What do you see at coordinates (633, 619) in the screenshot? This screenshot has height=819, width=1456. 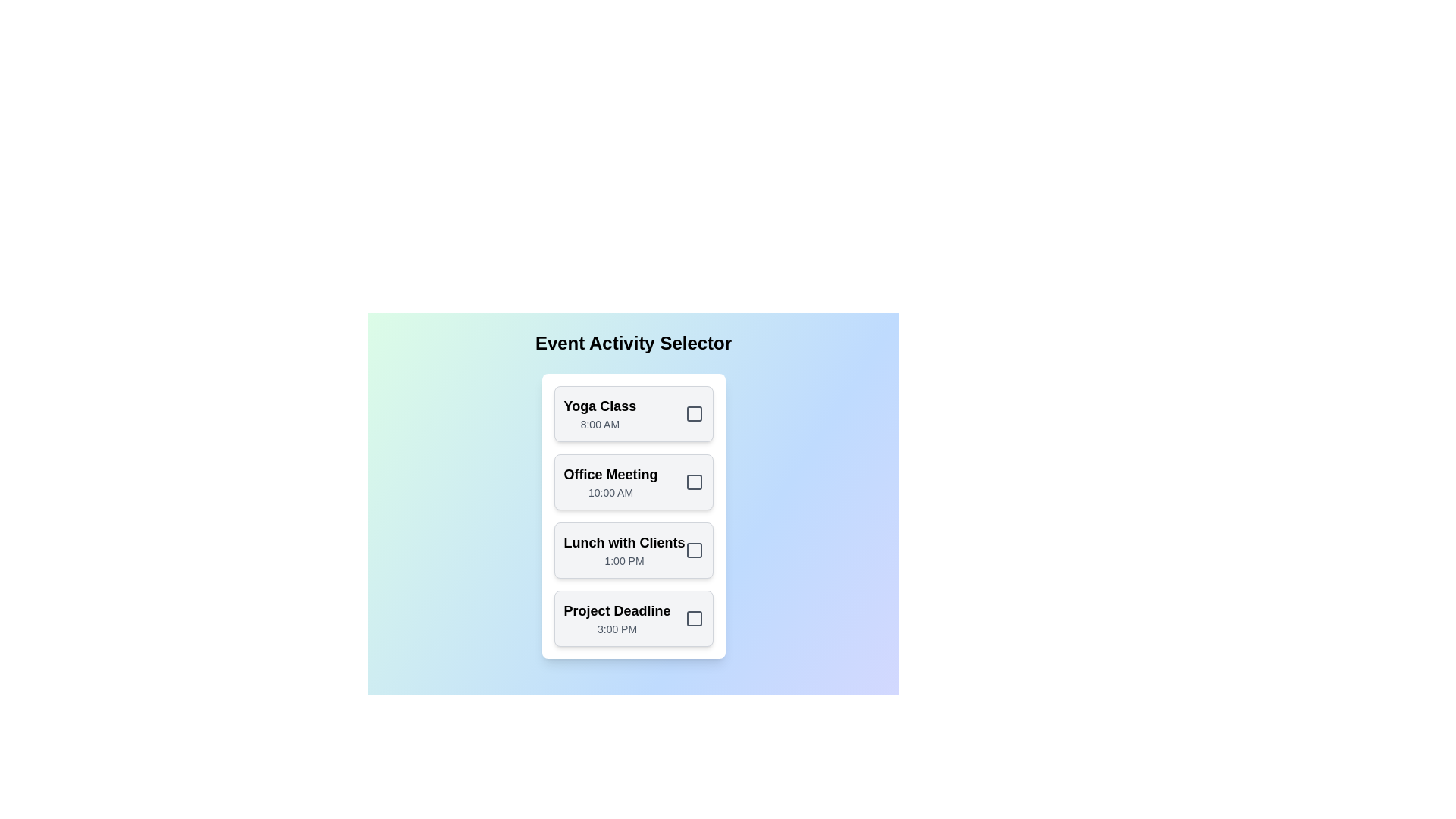 I see `the activity card corresponding to Project Deadline to toggle its selection state` at bounding box center [633, 619].